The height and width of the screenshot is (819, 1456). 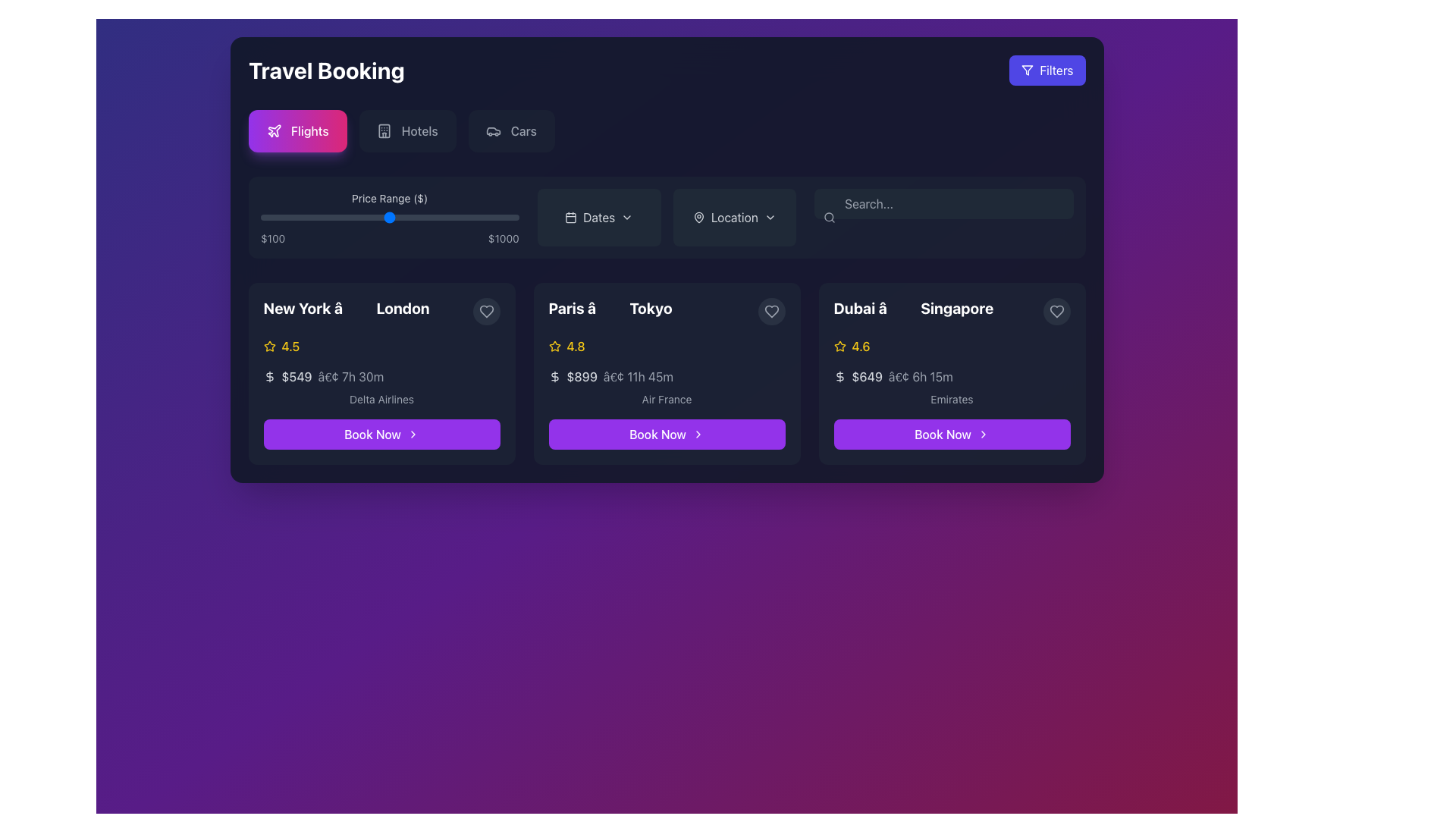 What do you see at coordinates (734, 217) in the screenshot?
I see `the 'Location' button, which is the second button from the left in a horizontal layout` at bounding box center [734, 217].